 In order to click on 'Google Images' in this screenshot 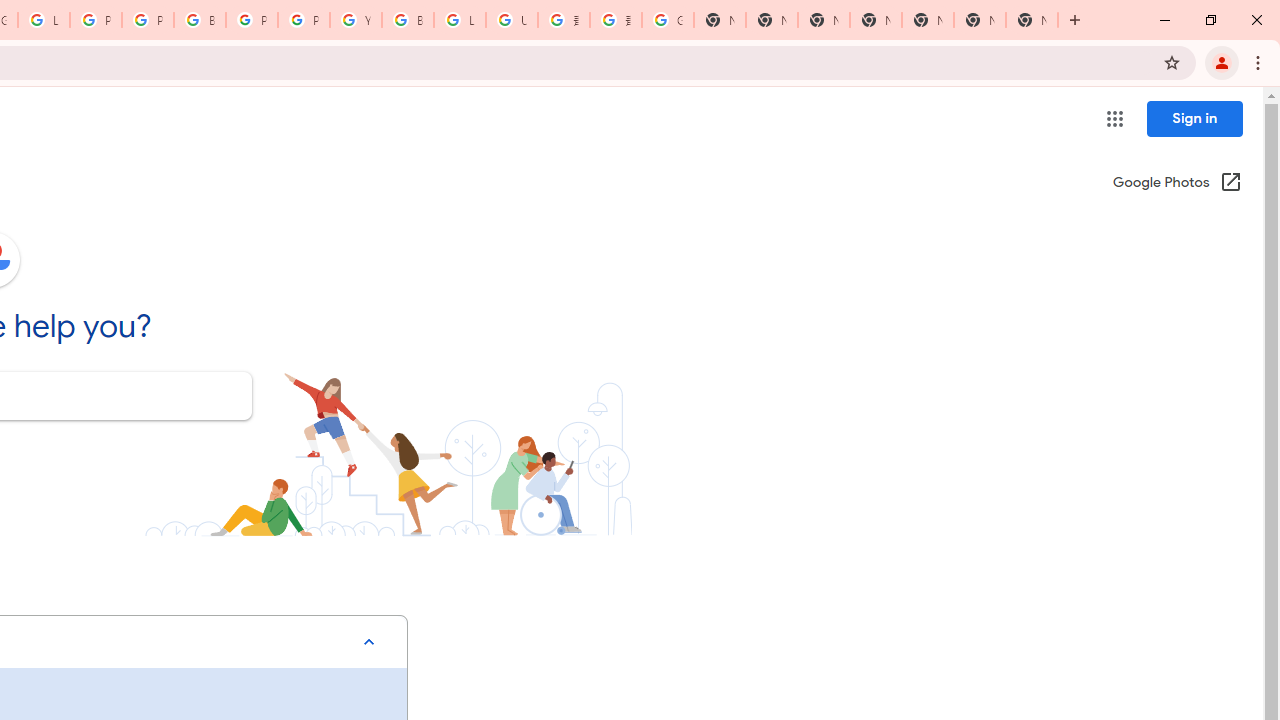, I will do `click(668, 20)`.